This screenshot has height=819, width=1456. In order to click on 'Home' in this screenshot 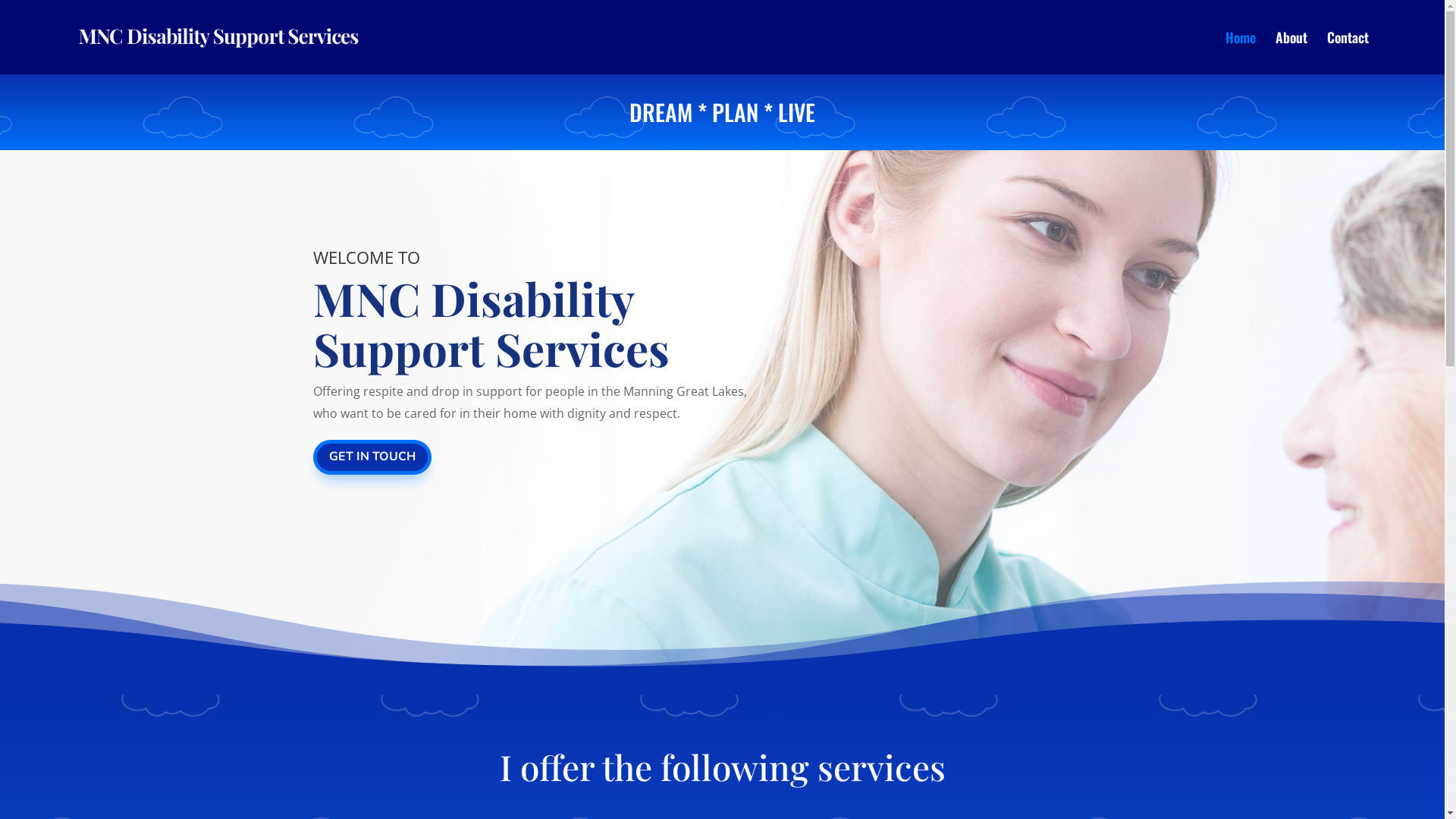, I will do `click(1225, 52)`.